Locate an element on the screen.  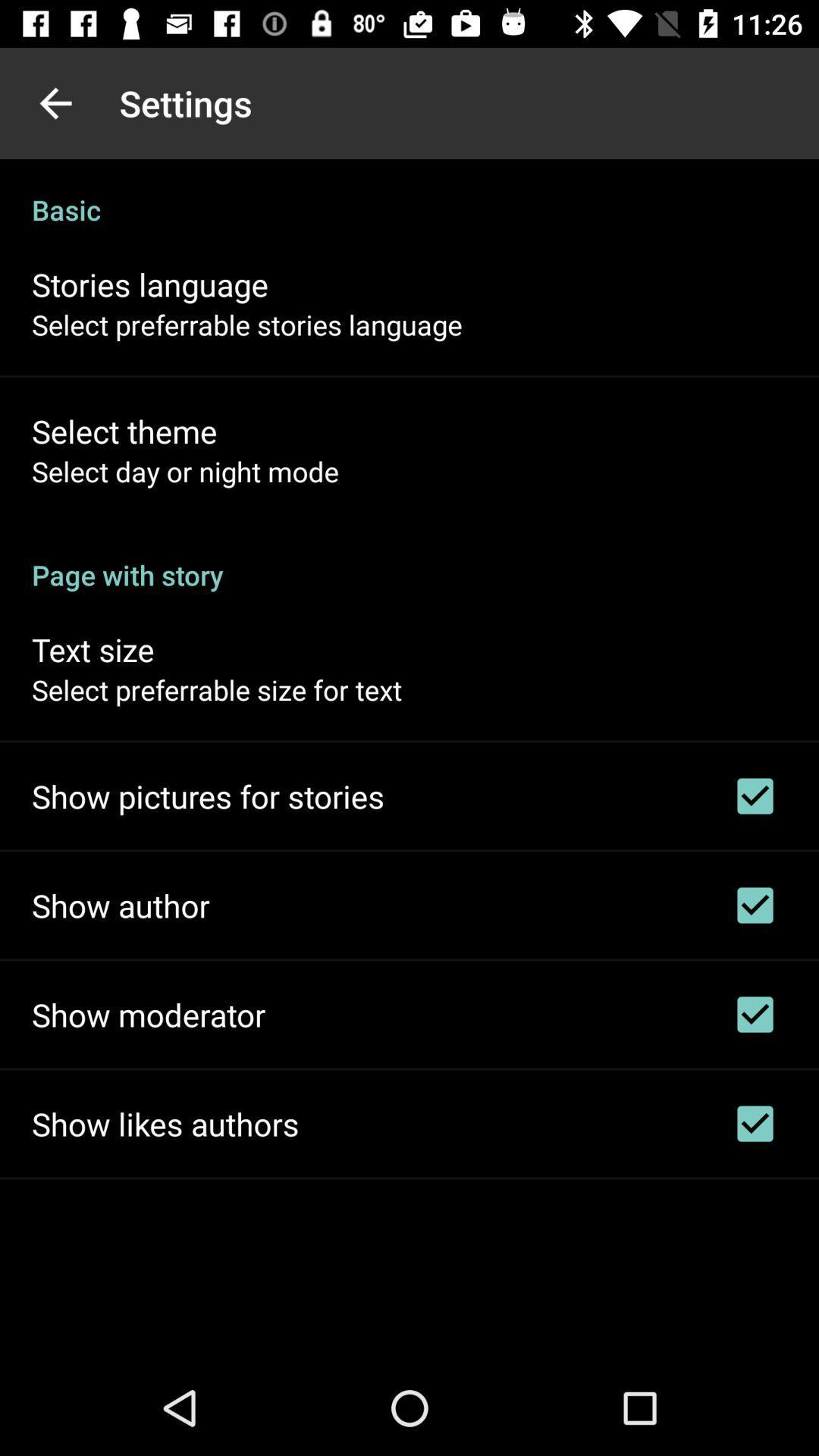
the select theme item is located at coordinates (124, 430).